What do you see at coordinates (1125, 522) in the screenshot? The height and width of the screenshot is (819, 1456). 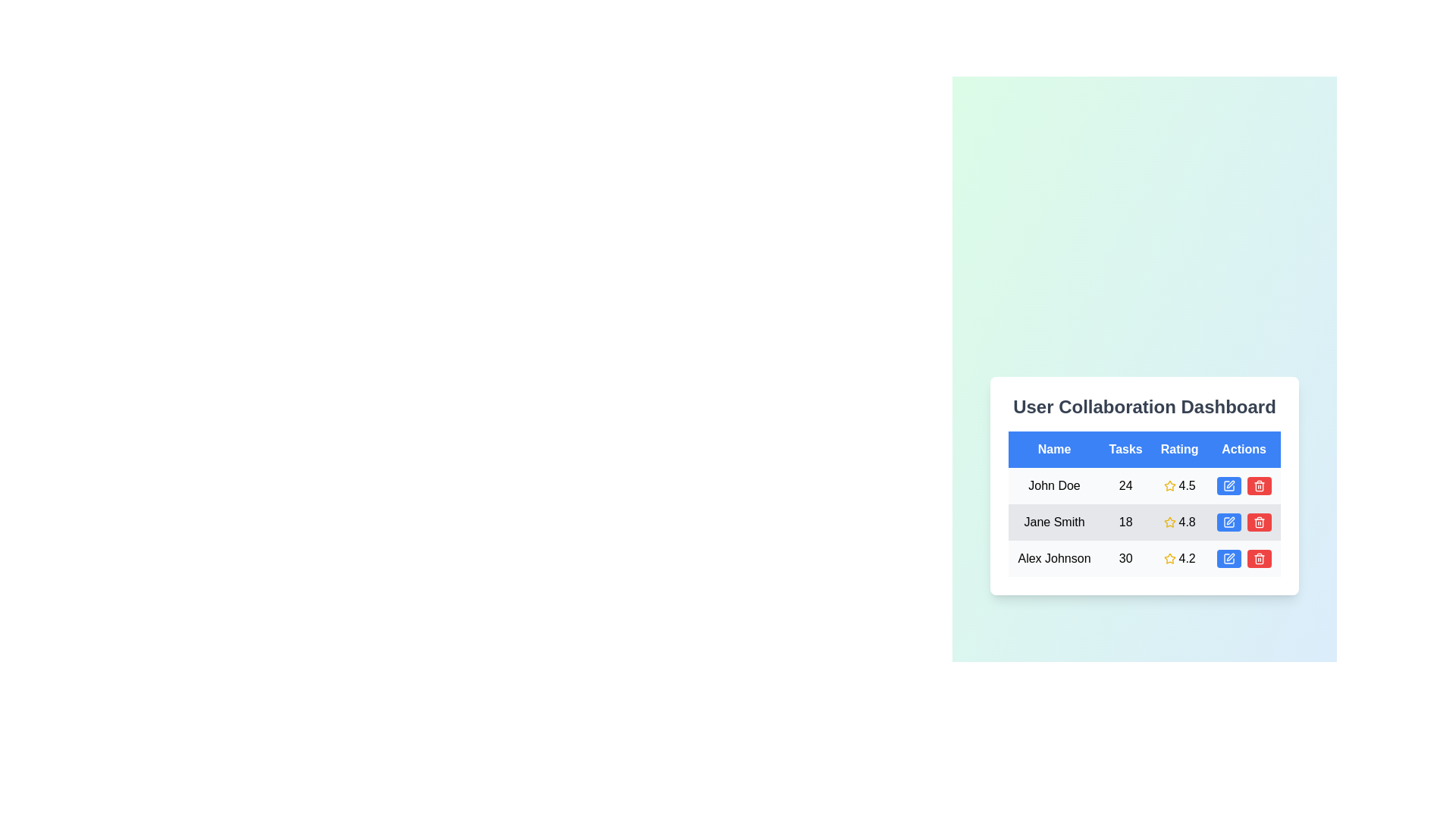 I see `the data cell representing the task count for user 'Jane Smith' in the data table, which is the second component in the row under the 'Tasks' column` at bounding box center [1125, 522].